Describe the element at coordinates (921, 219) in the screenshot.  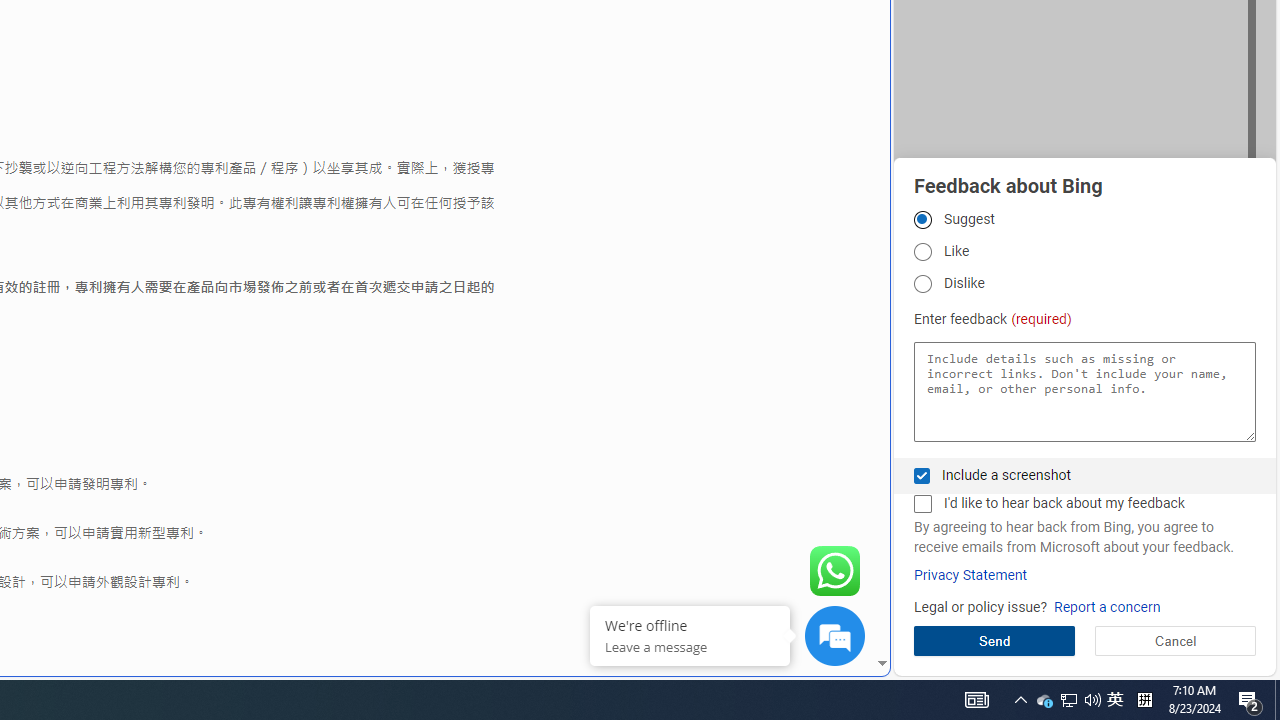
I see `'Suggest'` at that location.